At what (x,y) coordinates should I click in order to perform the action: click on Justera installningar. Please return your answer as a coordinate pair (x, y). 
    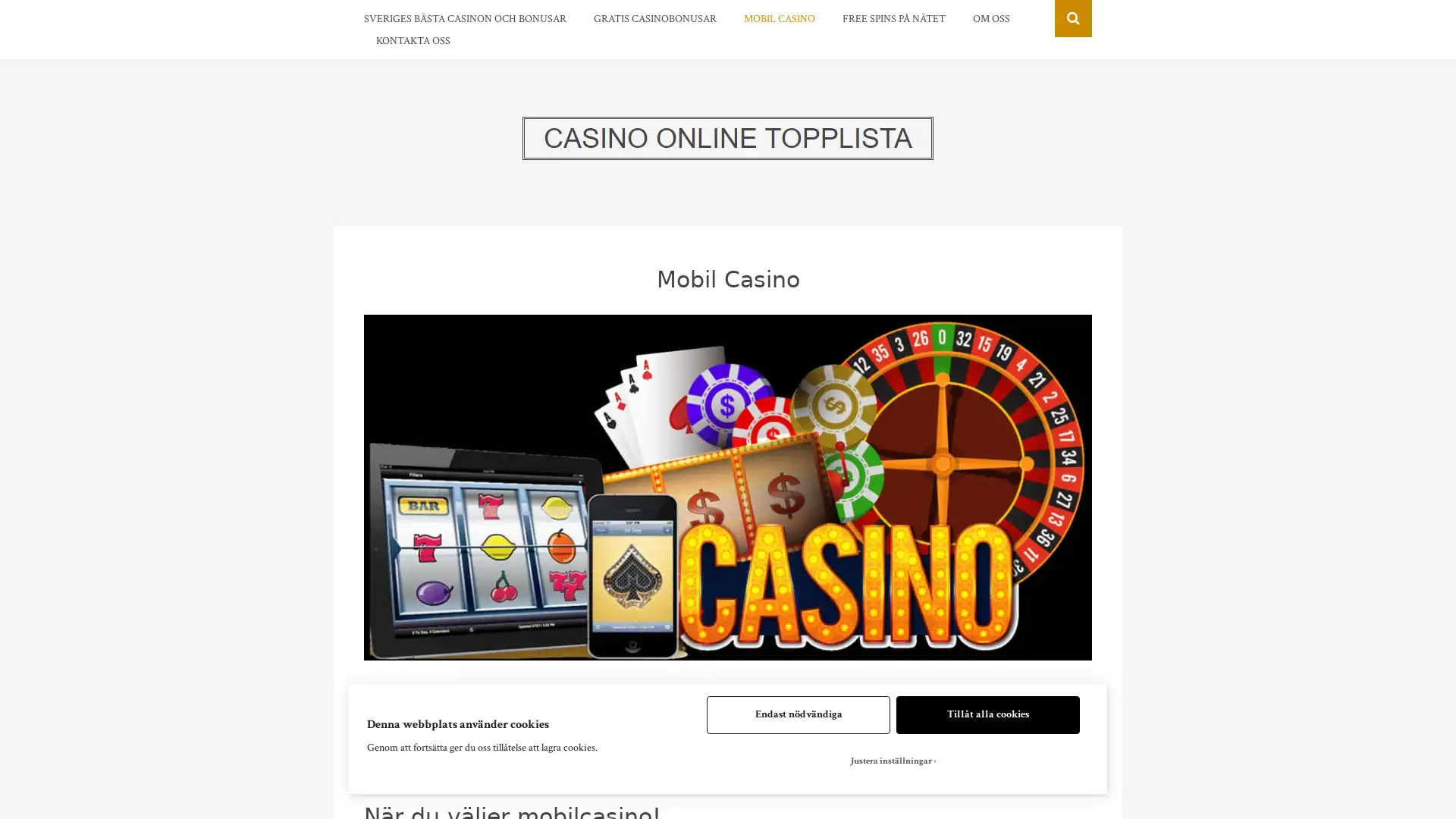
    Looking at the image, I should click on (893, 761).